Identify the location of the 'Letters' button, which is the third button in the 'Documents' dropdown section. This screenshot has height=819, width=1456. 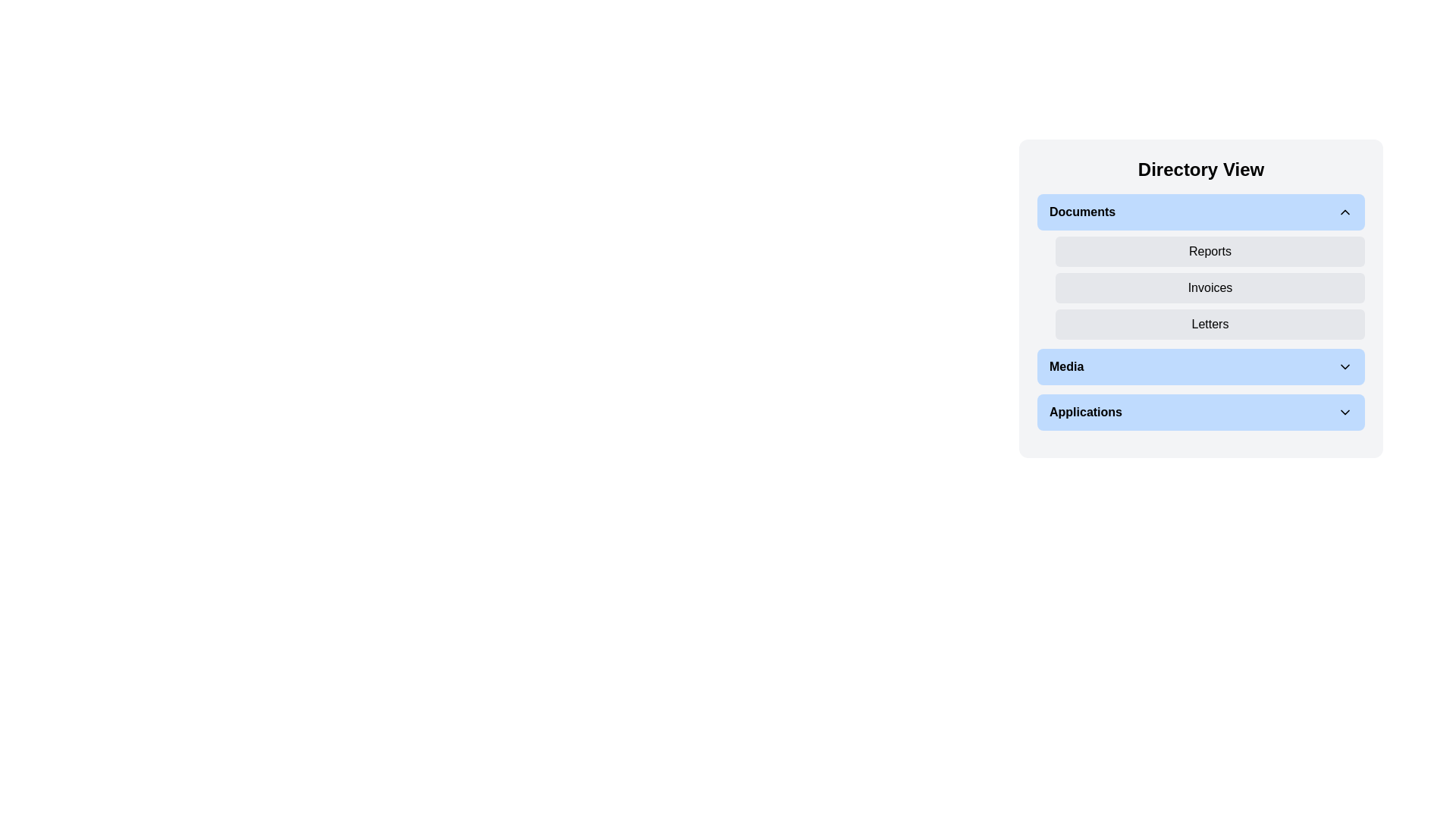
(1210, 324).